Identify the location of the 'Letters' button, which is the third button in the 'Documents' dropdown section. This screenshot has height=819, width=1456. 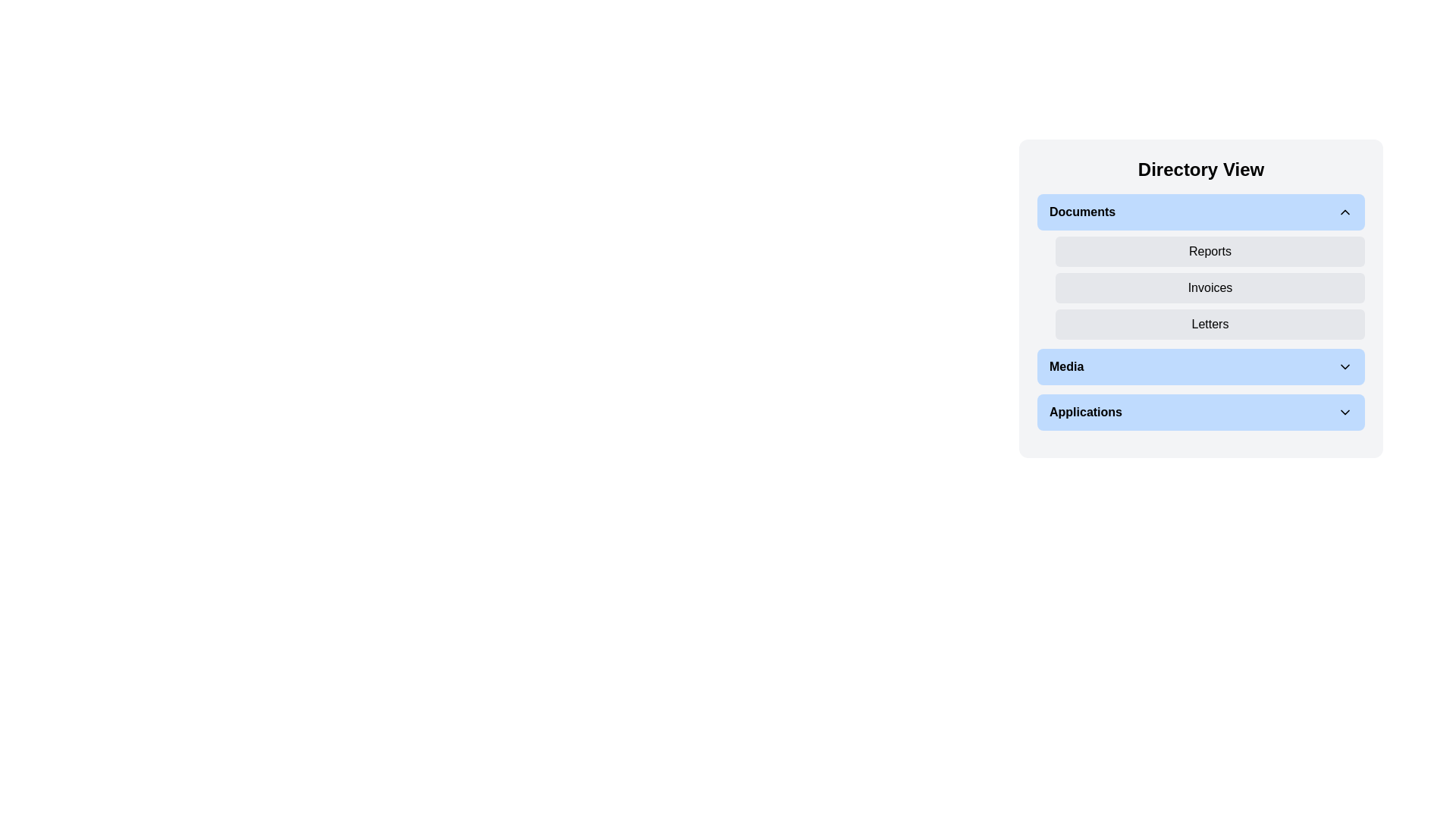
(1210, 324).